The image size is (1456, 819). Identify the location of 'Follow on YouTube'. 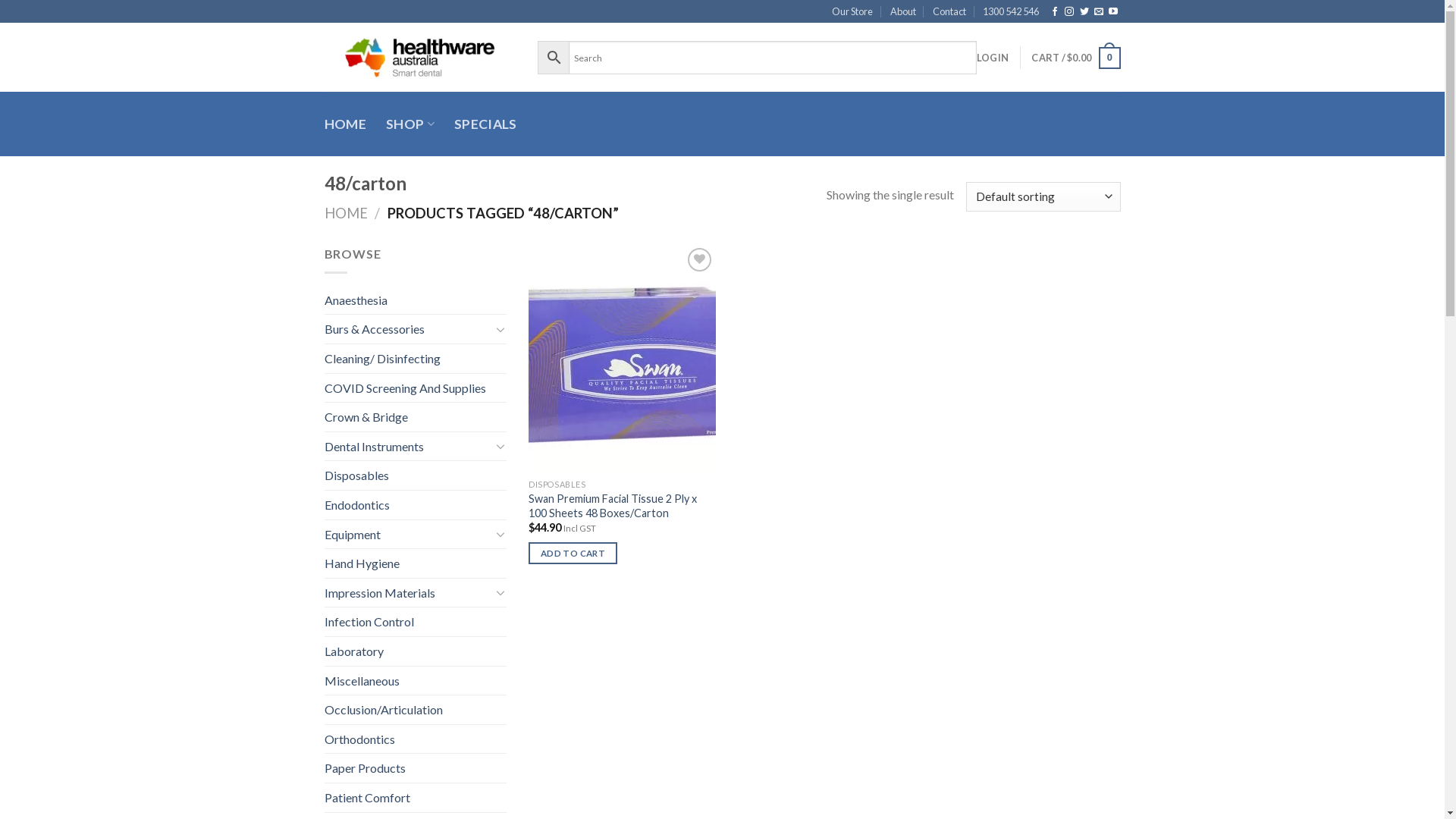
(1109, 11).